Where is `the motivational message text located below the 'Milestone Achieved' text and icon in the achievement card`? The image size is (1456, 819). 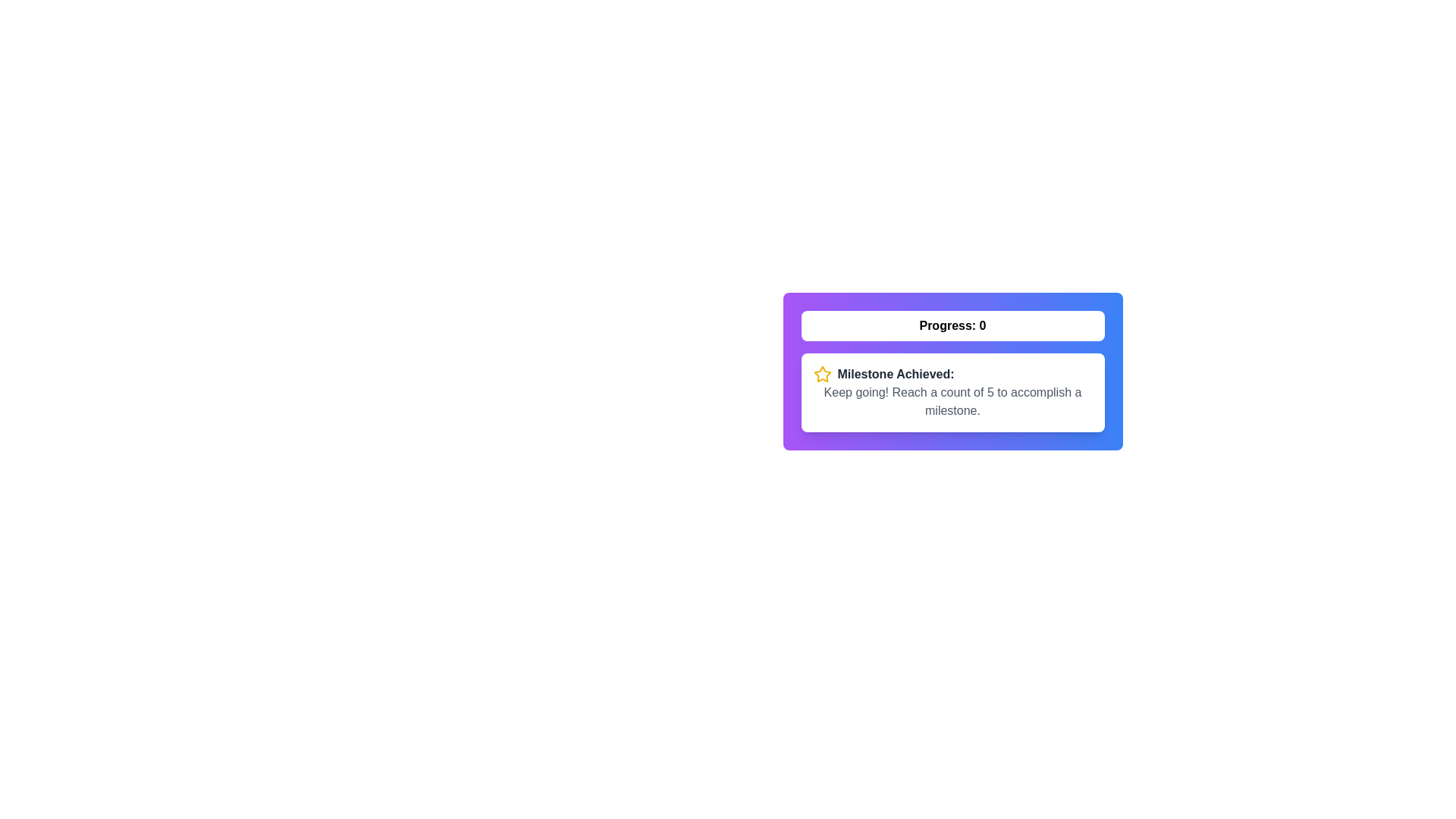
the motivational message text located below the 'Milestone Achieved' text and icon in the achievement card is located at coordinates (952, 400).